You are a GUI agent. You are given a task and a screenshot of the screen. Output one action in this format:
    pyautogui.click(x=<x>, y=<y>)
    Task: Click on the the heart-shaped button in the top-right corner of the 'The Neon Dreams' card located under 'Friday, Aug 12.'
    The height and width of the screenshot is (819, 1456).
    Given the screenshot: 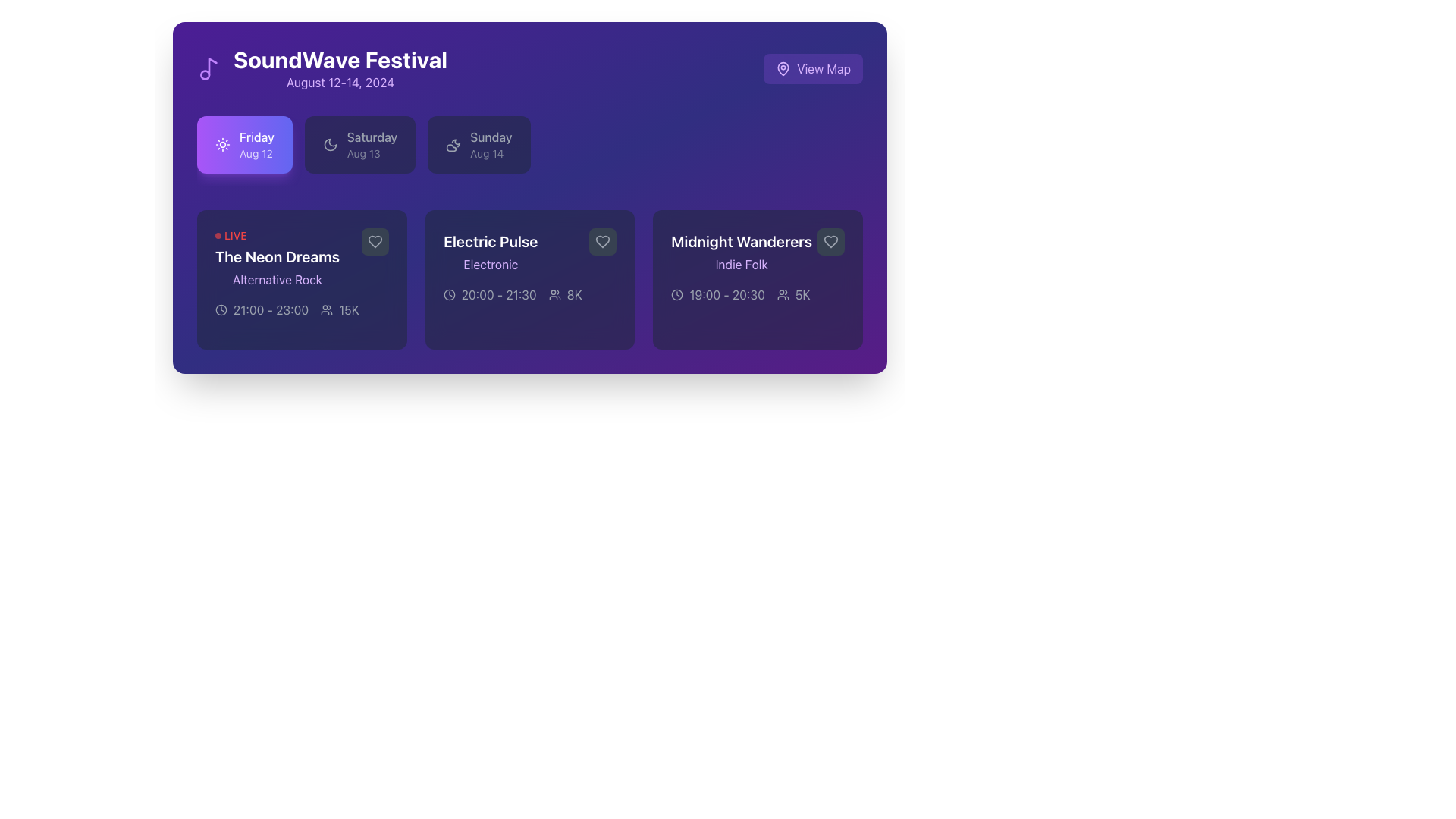 What is the action you would take?
    pyautogui.click(x=375, y=241)
    